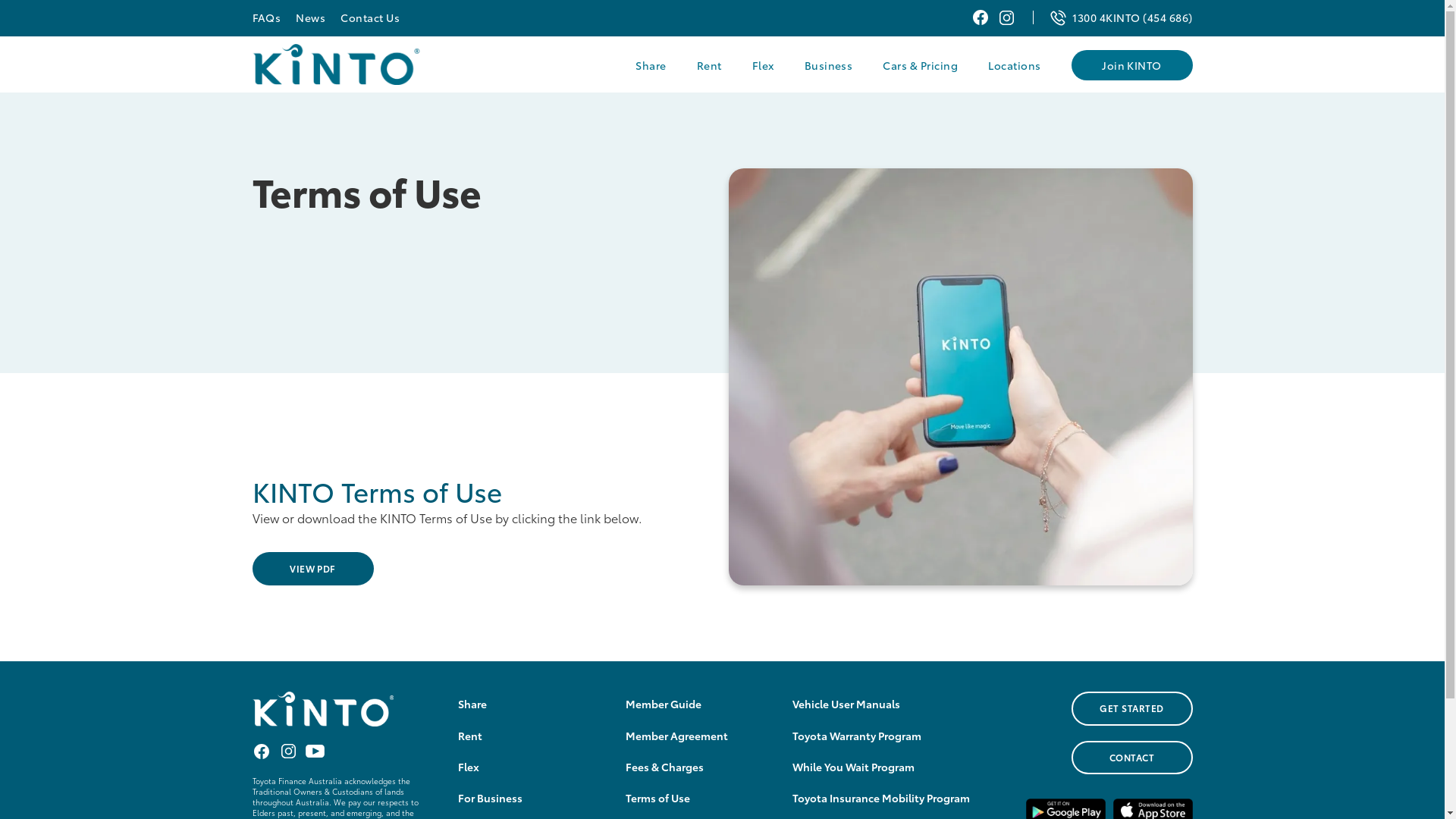 This screenshot has width=1456, height=819. What do you see at coordinates (370, 17) in the screenshot?
I see `'Contact Us'` at bounding box center [370, 17].